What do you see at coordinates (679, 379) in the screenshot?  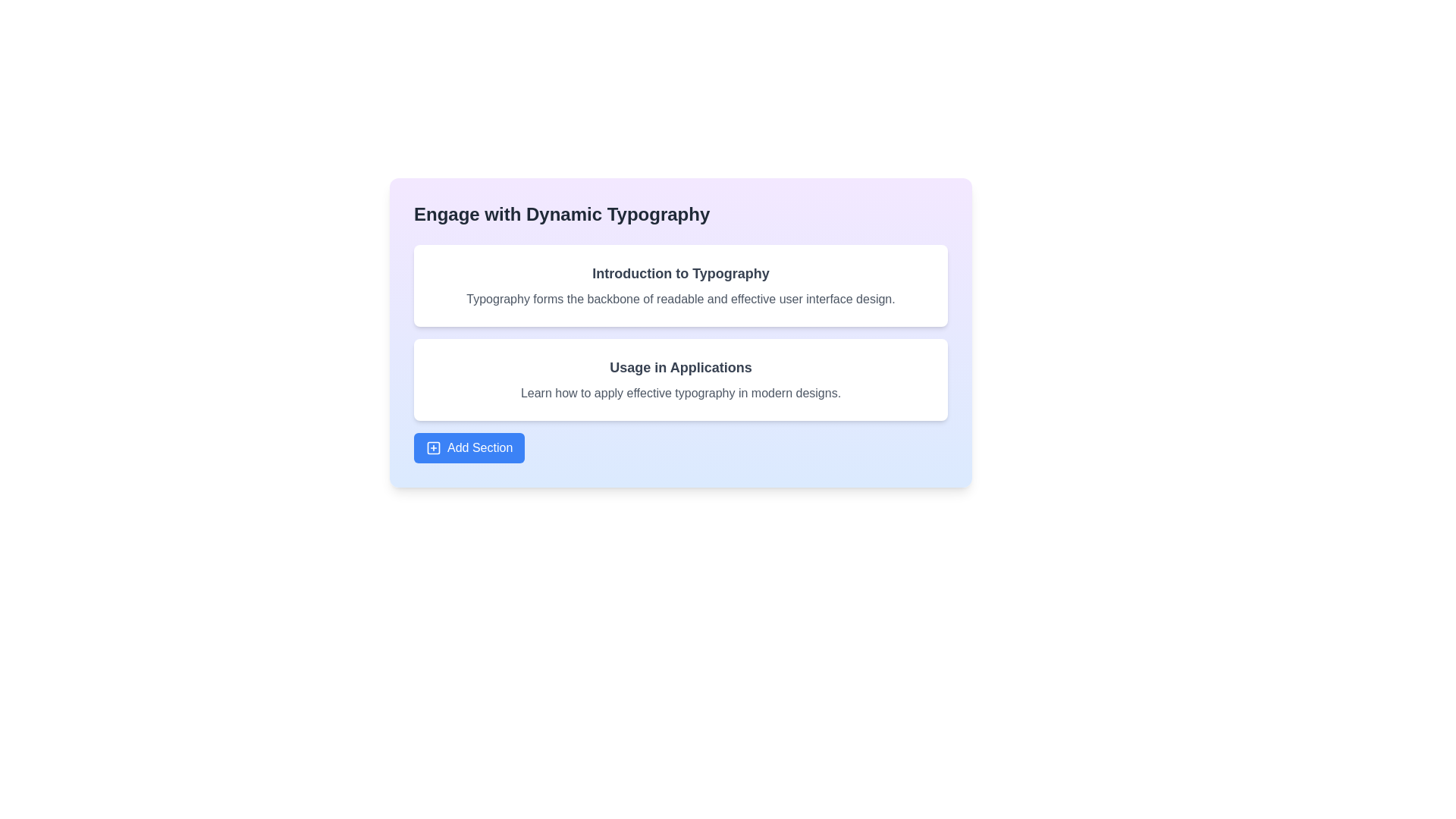 I see `the second informational card about typography in the 'Engage with Dynamic Typography' section` at bounding box center [679, 379].